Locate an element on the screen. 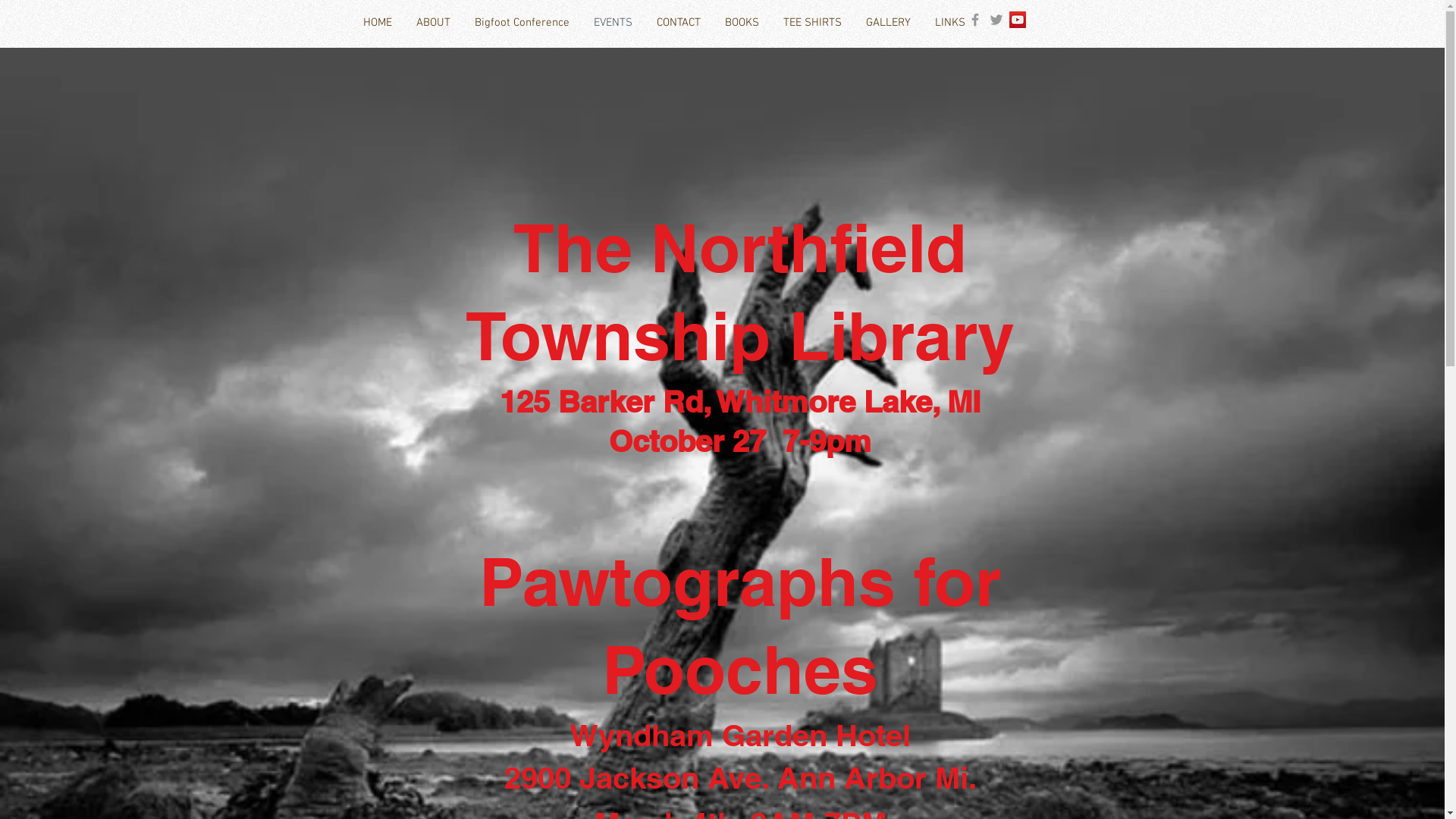 The width and height of the screenshot is (1456, 819). 'BOOKS' is located at coordinates (742, 23).